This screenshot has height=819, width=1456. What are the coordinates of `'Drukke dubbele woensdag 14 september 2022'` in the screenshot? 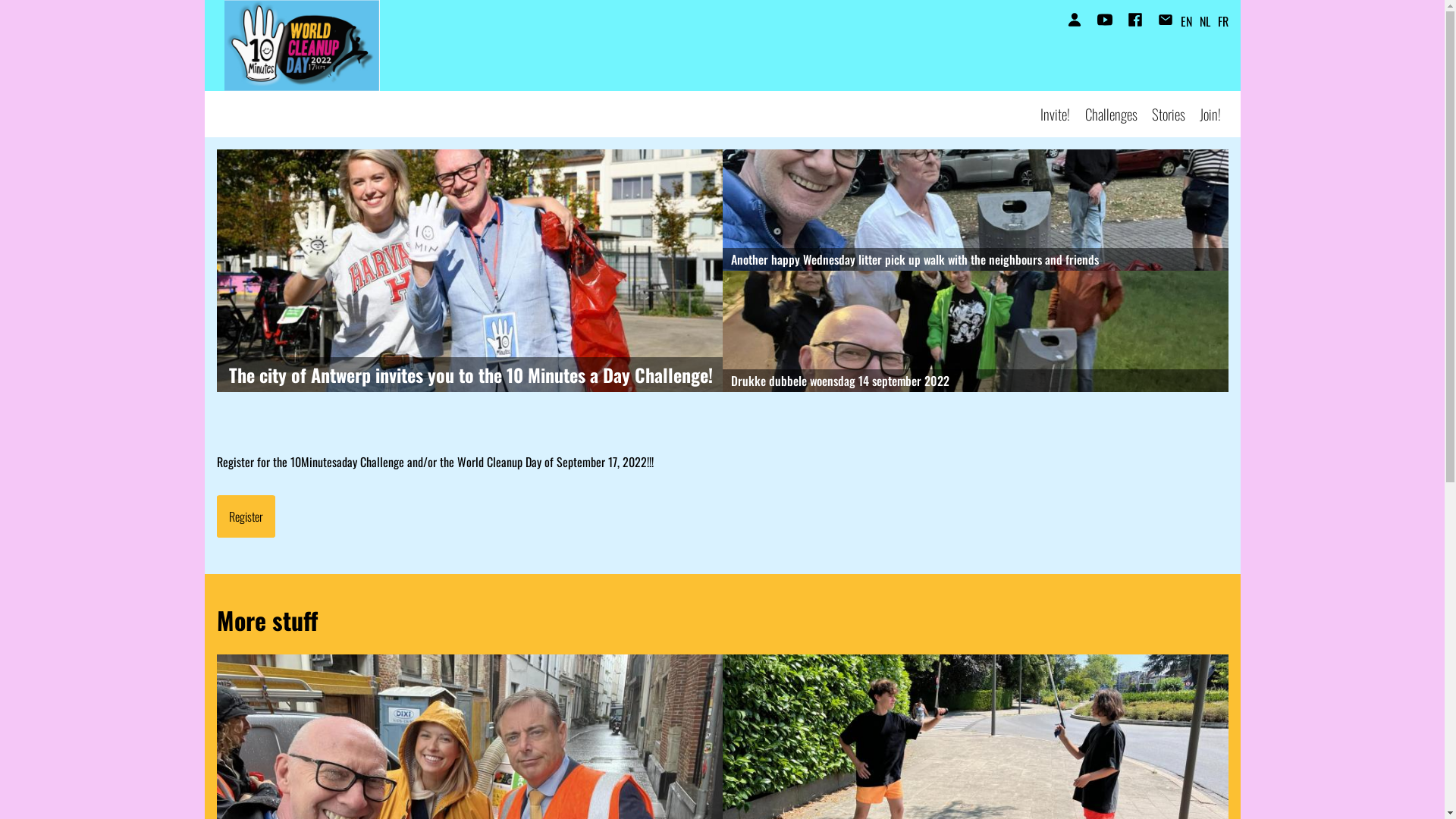 It's located at (974, 330).